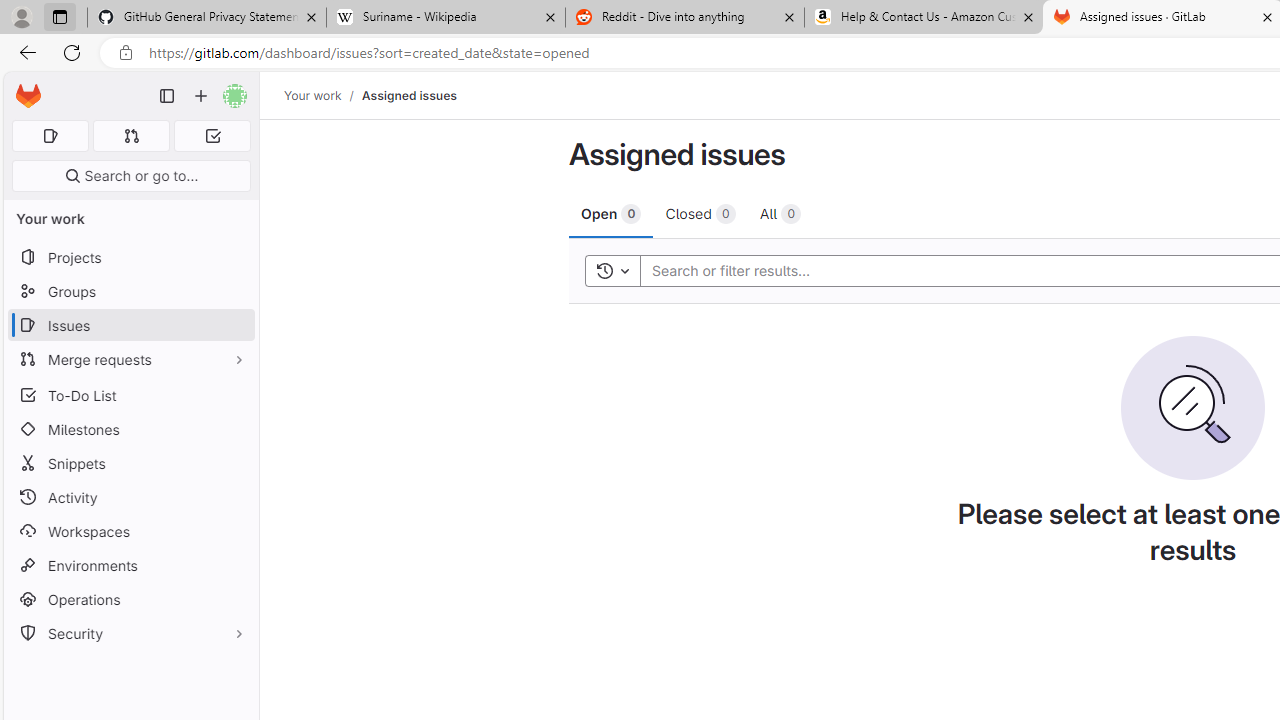 This screenshot has height=720, width=1280. Describe the element at coordinates (167, 96) in the screenshot. I see `'Primary navigation sidebar'` at that location.